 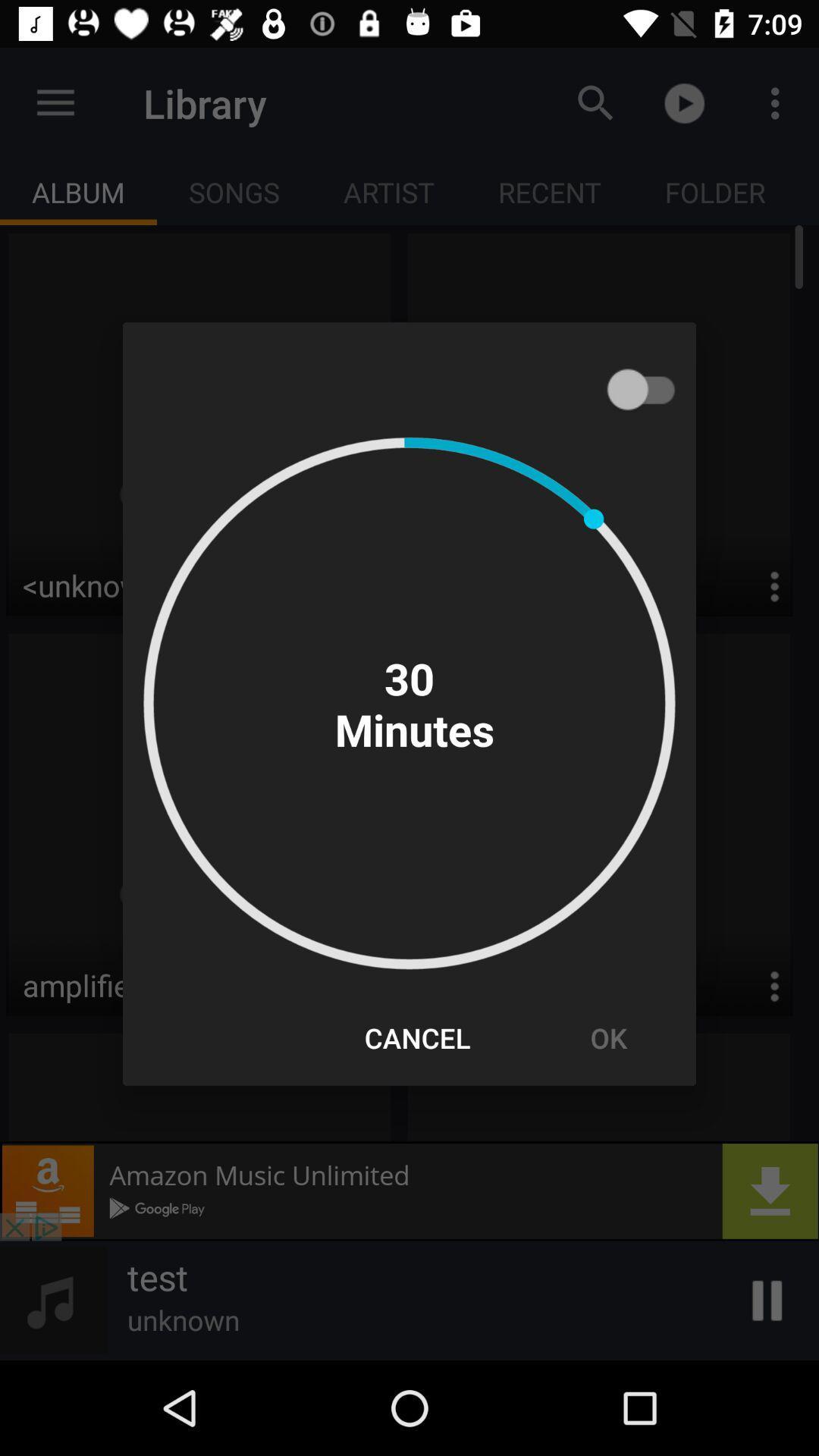 What do you see at coordinates (648, 389) in the screenshot?
I see `item at the top right corner` at bounding box center [648, 389].